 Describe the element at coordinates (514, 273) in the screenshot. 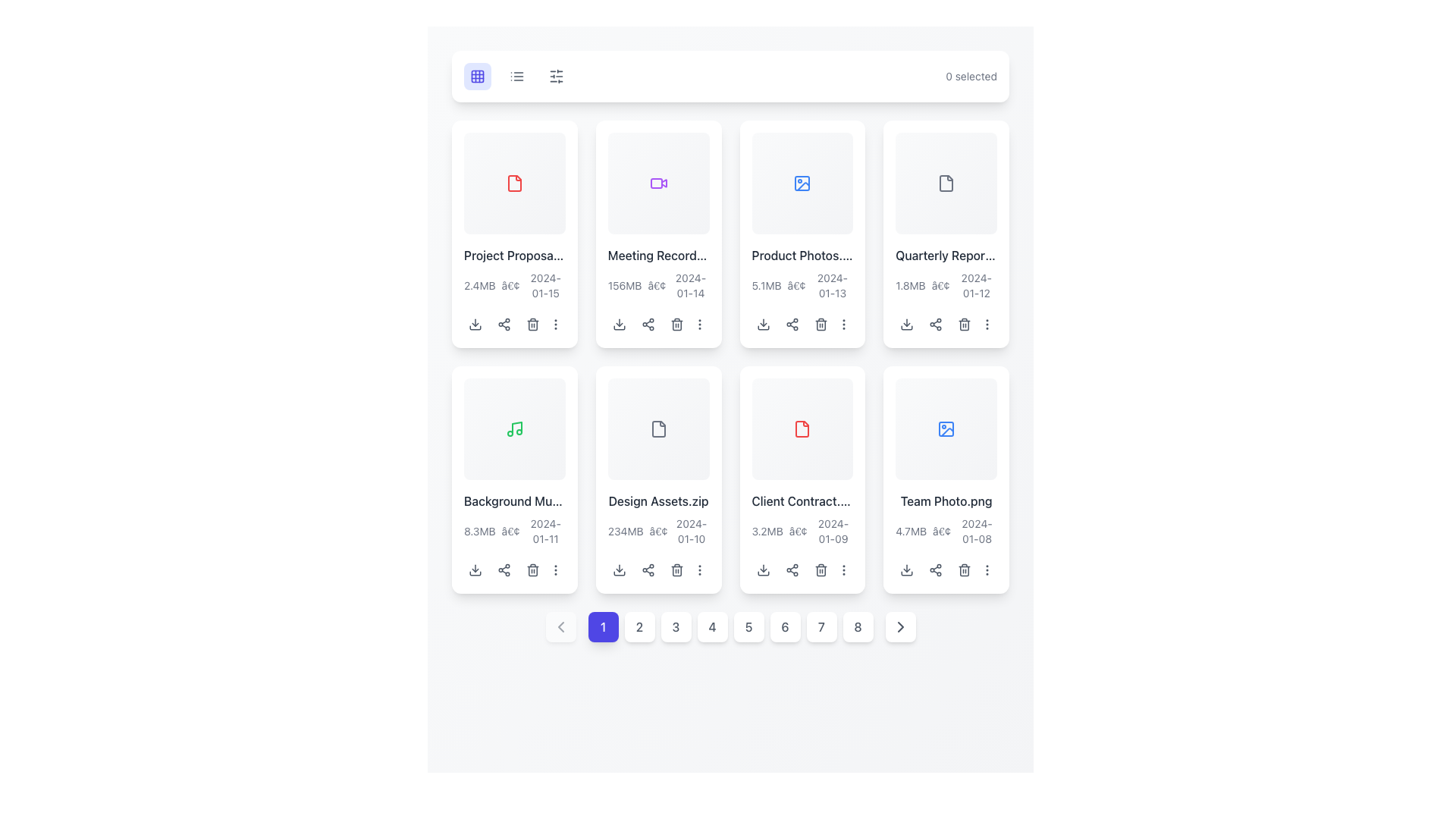

I see `text block displaying 'Project Proposal.pdf' located in the first column of the second row in the grid layout` at that location.